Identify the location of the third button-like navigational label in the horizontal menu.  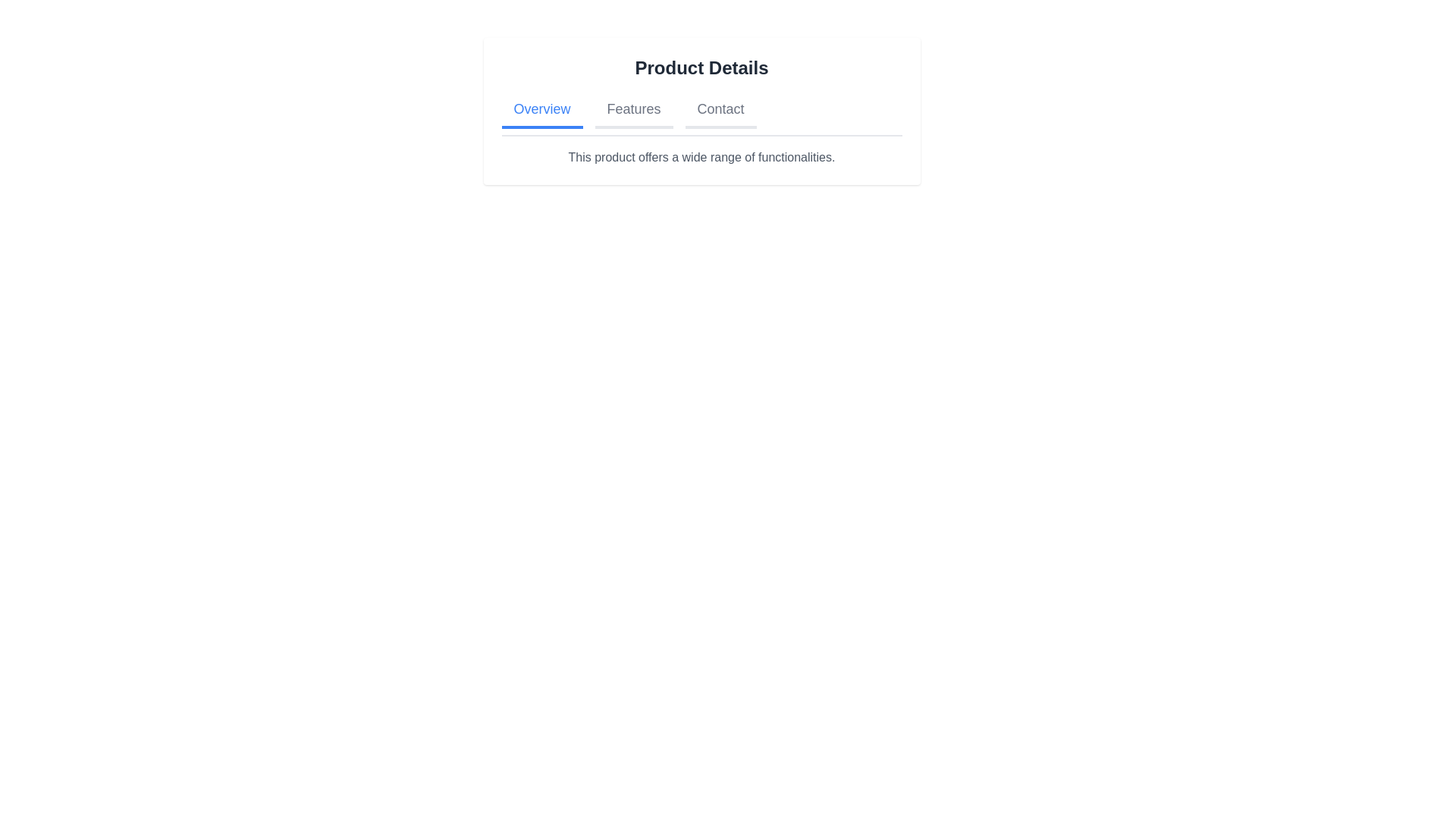
(720, 110).